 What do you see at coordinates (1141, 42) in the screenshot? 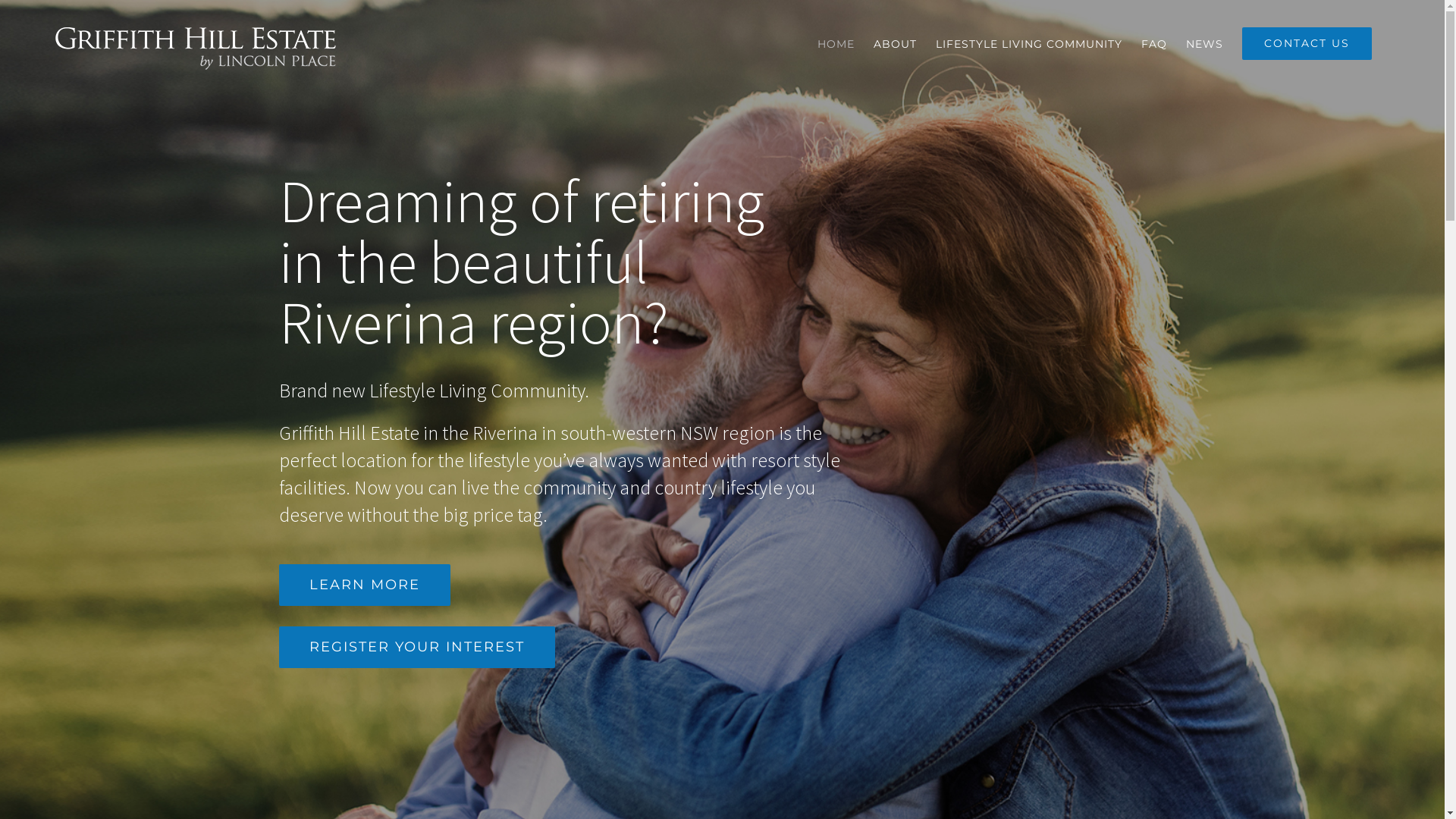
I see `'FAQ'` at bounding box center [1141, 42].